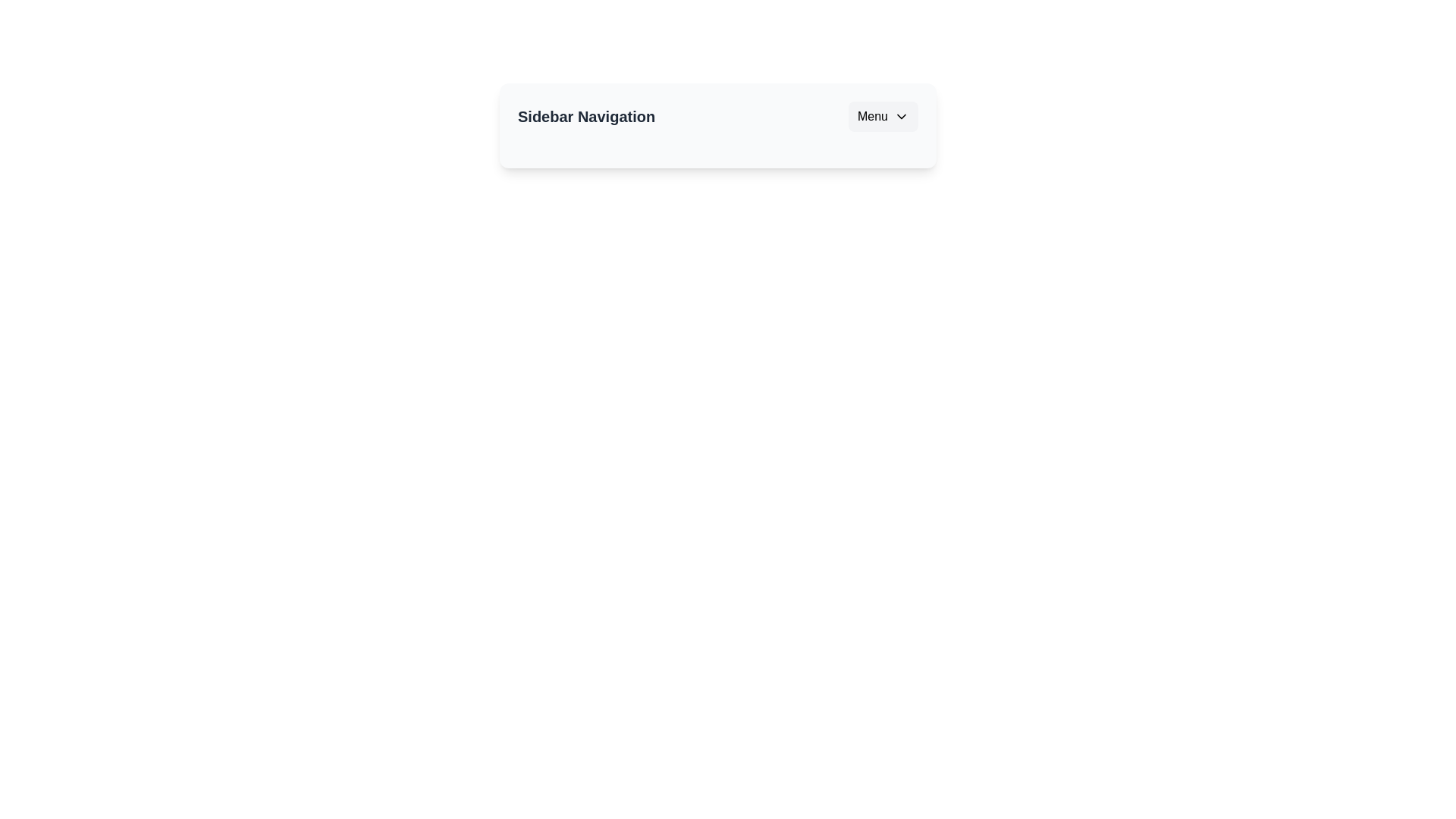 This screenshot has height=819, width=1456. Describe the element at coordinates (883, 116) in the screenshot. I see `the menu button to toggle the sidebar menu` at that location.